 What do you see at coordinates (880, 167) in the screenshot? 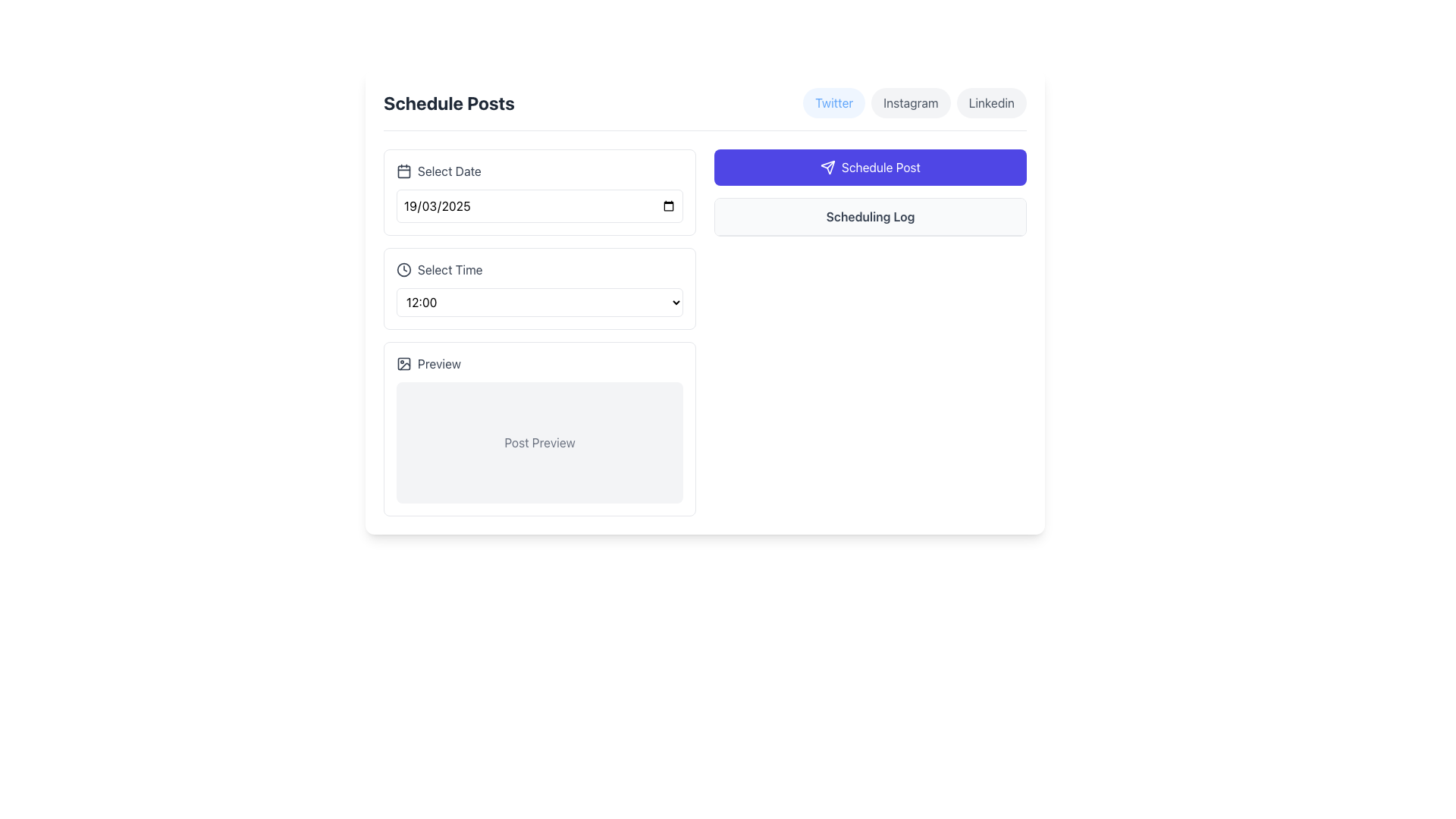
I see `the 'Schedule Post' static text displayed on a purple button with rounded edges` at bounding box center [880, 167].